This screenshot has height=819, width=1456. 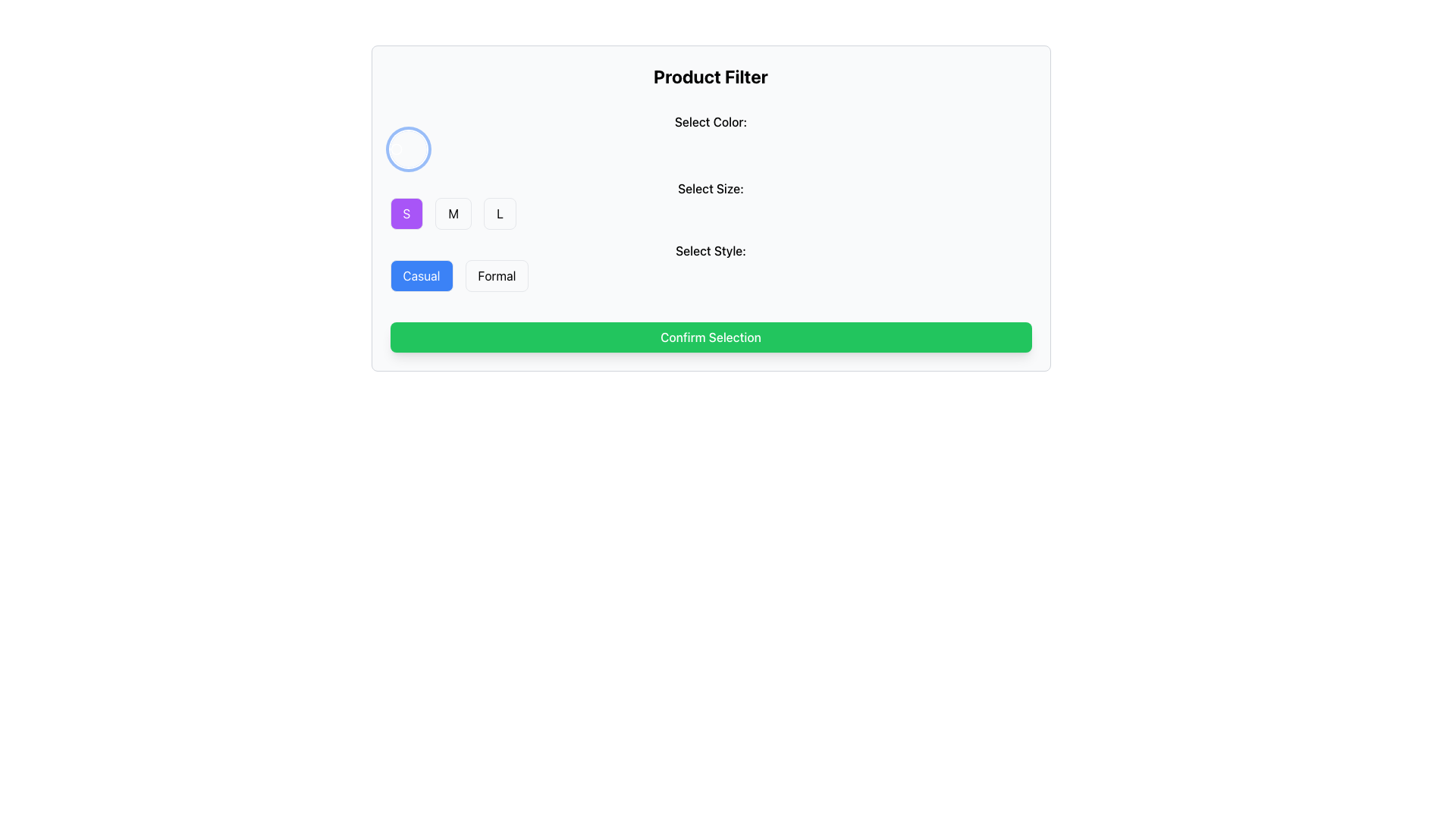 What do you see at coordinates (497, 275) in the screenshot?
I see `the 'Formal' style button located directly to the right of the 'Casual' button in the 'Select Style' section` at bounding box center [497, 275].